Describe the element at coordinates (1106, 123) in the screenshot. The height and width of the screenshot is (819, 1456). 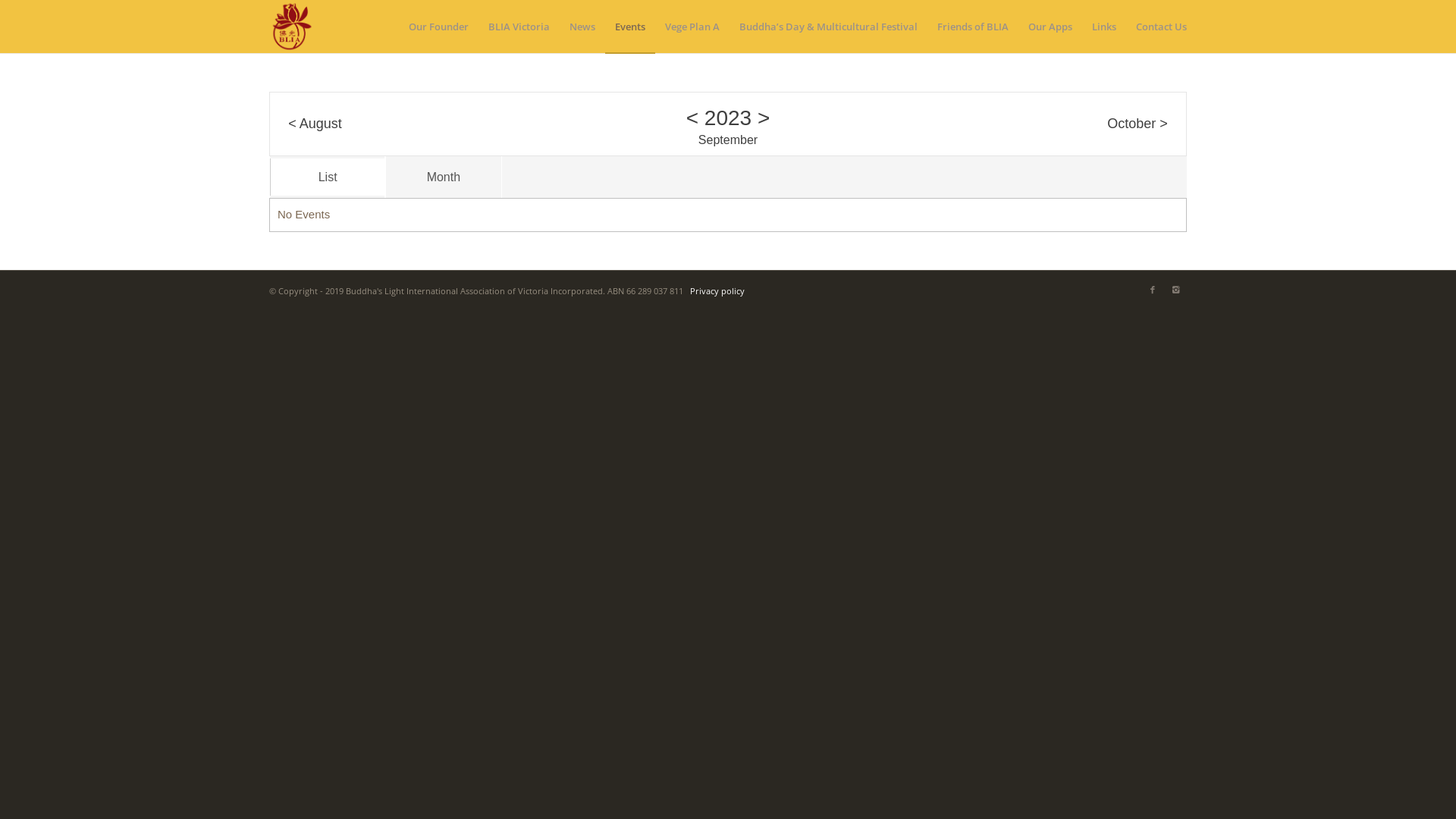
I see `'October >'` at that location.